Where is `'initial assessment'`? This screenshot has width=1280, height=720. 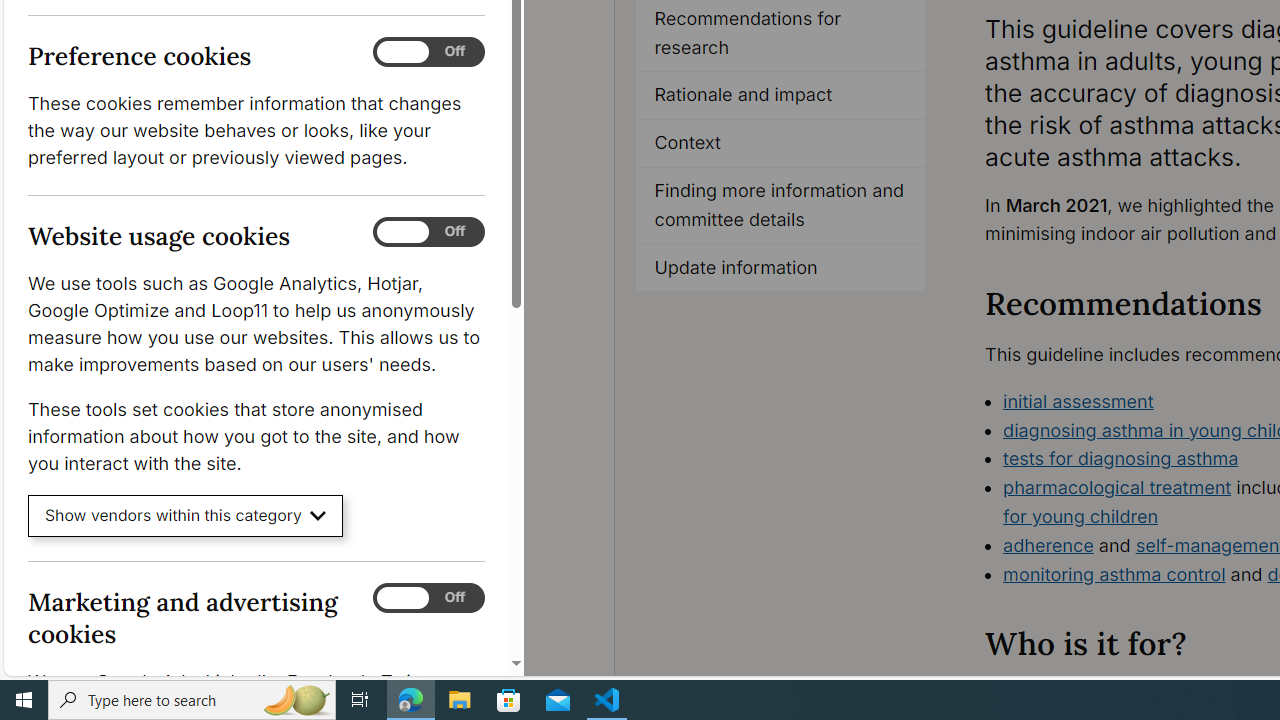 'initial assessment' is located at coordinates (1078, 401).